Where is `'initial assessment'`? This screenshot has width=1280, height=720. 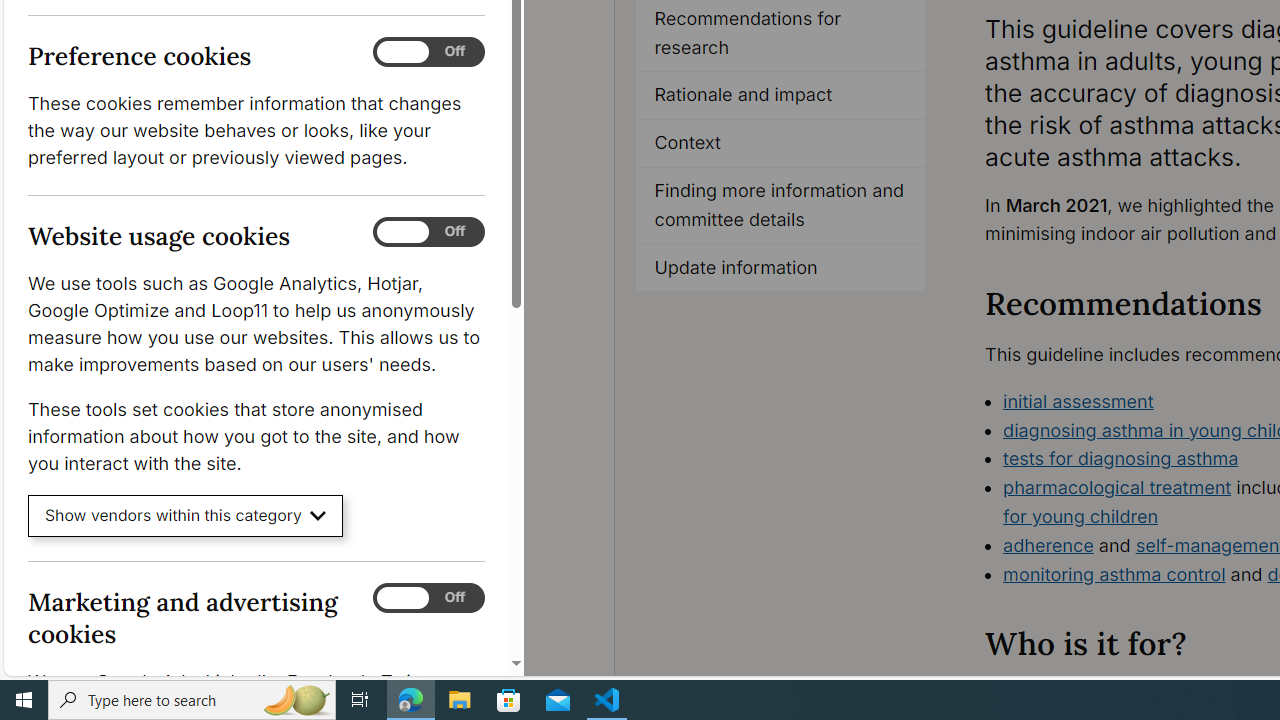 'initial assessment' is located at coordinates (1078, 401).